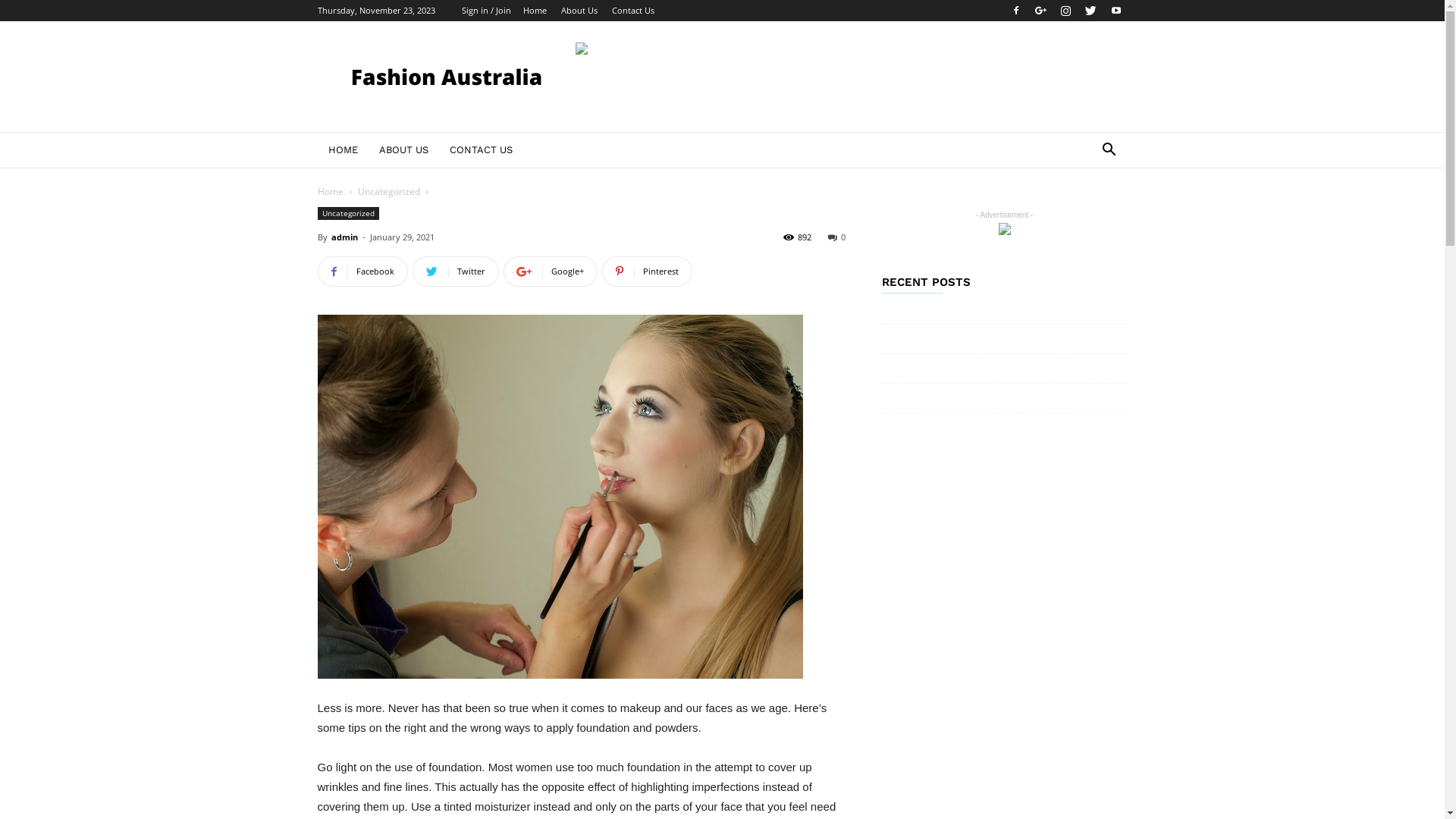 The image size is (1456, 819). What do you see at coordinates (1079, 11) in the screenshot?
I see `'Twitter'` at bounding box center [1079, 11].